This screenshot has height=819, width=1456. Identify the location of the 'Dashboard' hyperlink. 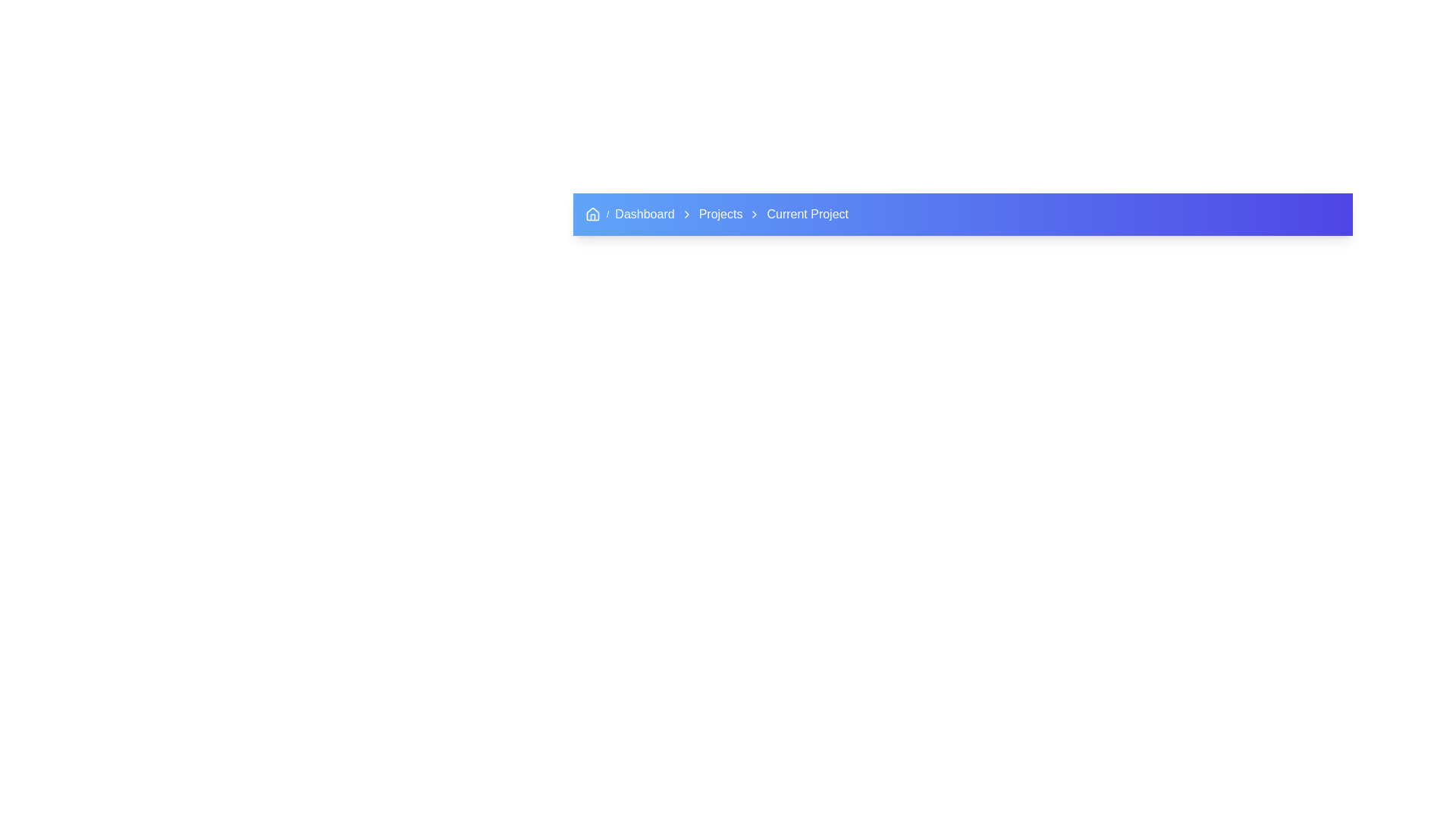
(645, 214).